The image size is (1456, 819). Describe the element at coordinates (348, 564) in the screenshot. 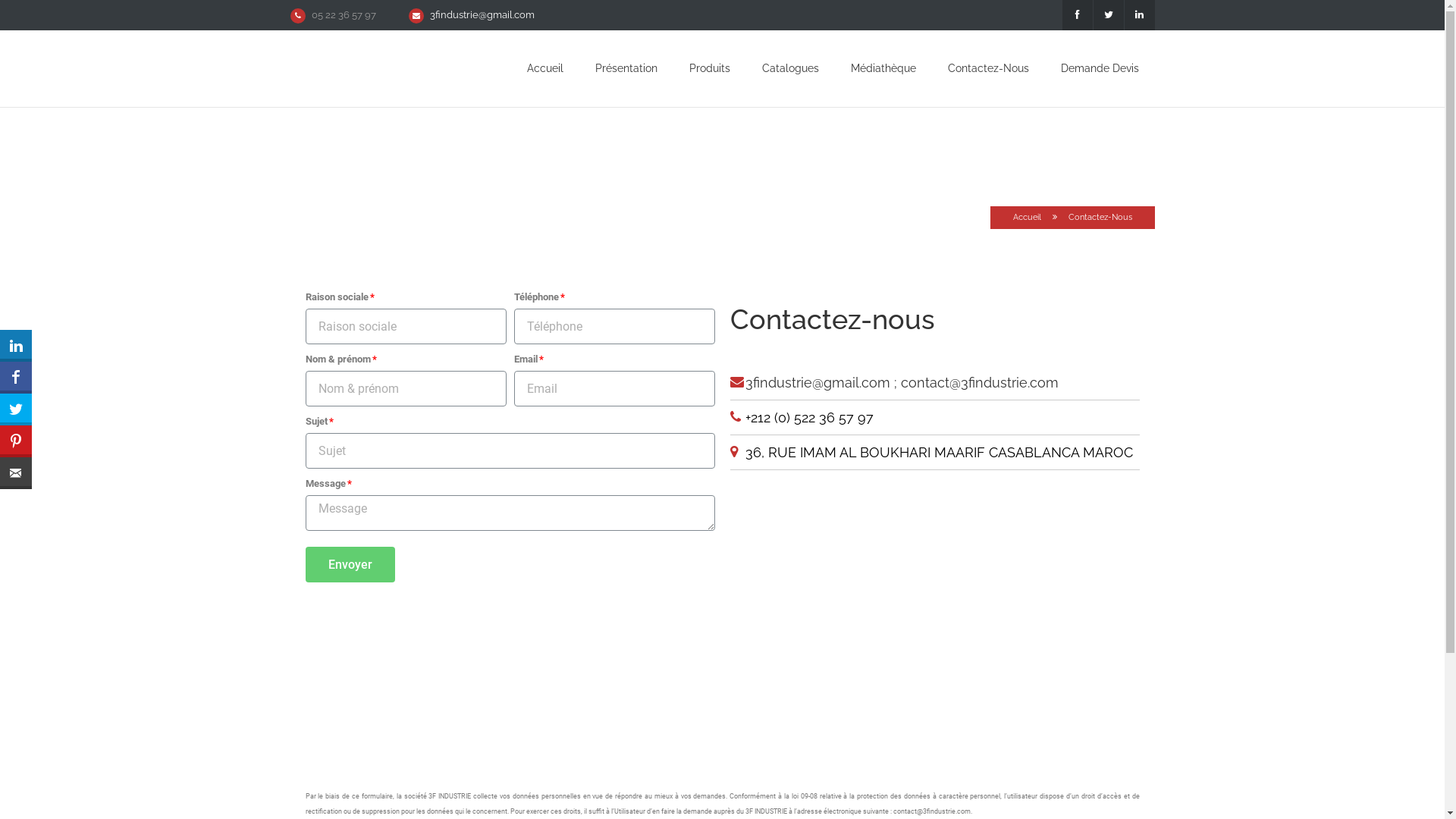

I see `'Envoyer'` at that location.